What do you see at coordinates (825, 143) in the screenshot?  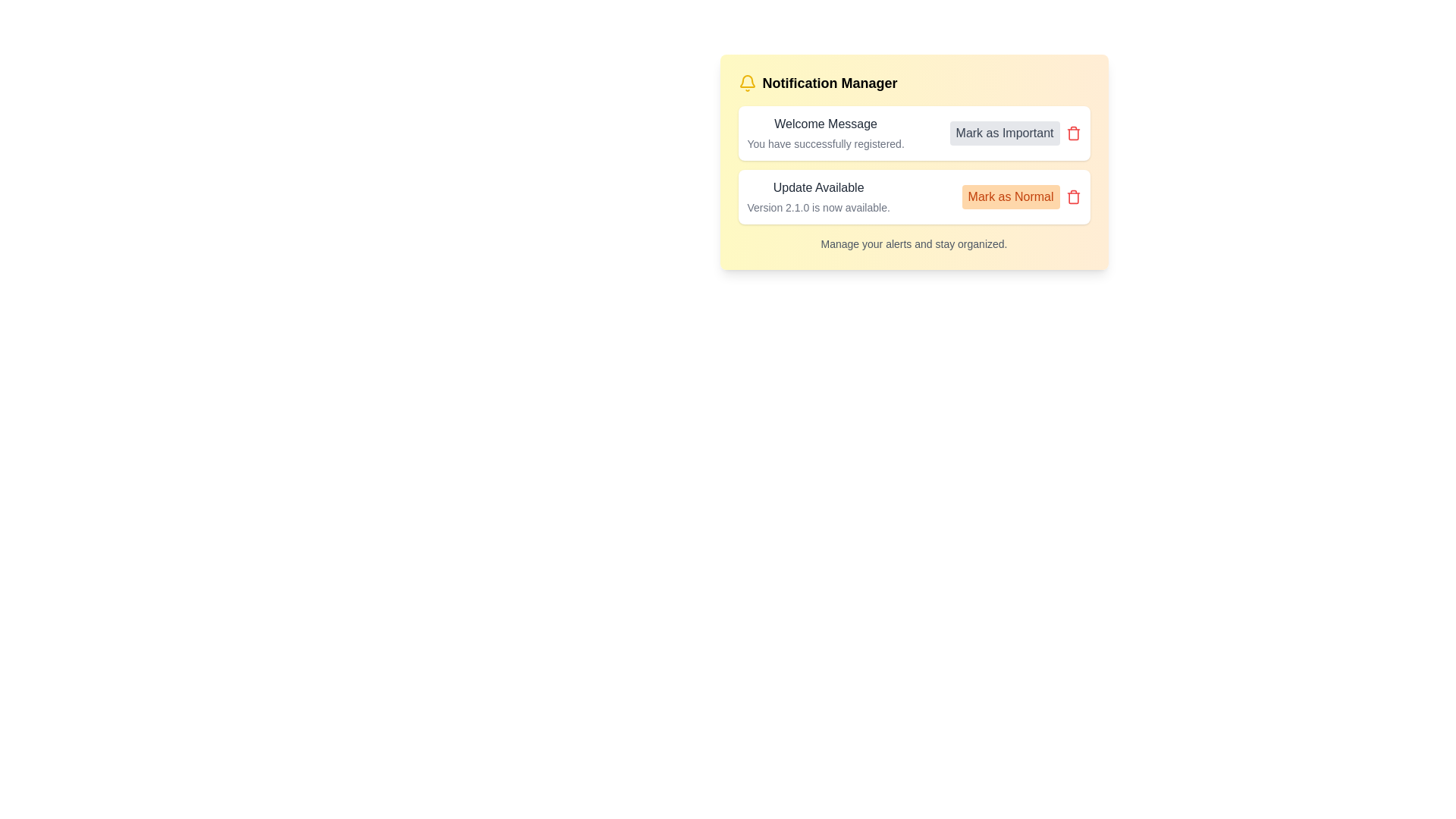 I see `the text snippet that reads 'You have successfully registered.' which is located directly below the 'Welcome Message' heading within the notification card in the upper-right quadrant of the application interface` at bounding box center [825, 143].